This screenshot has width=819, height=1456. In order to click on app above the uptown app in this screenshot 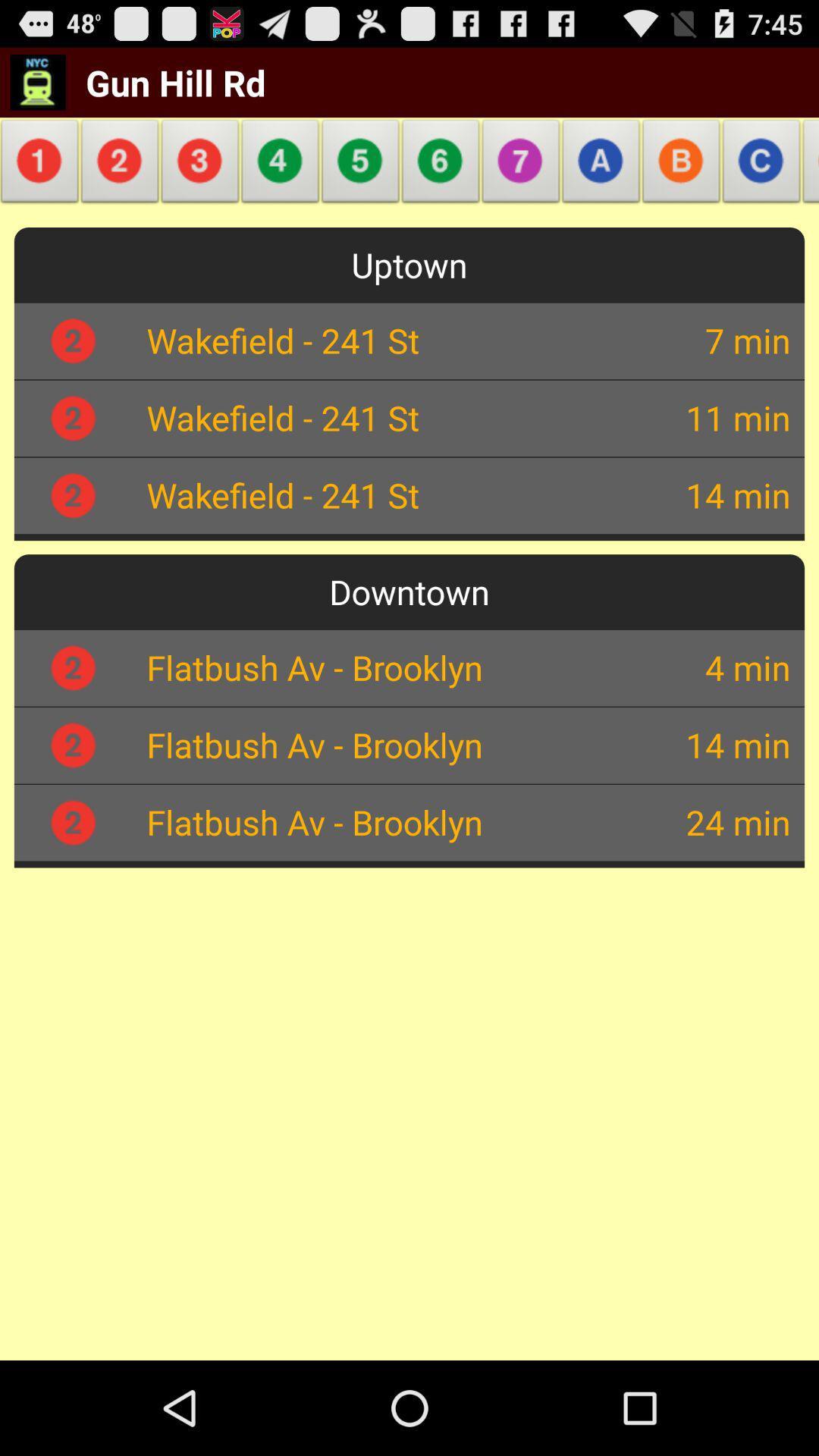, I will do `click(441, 165)`.